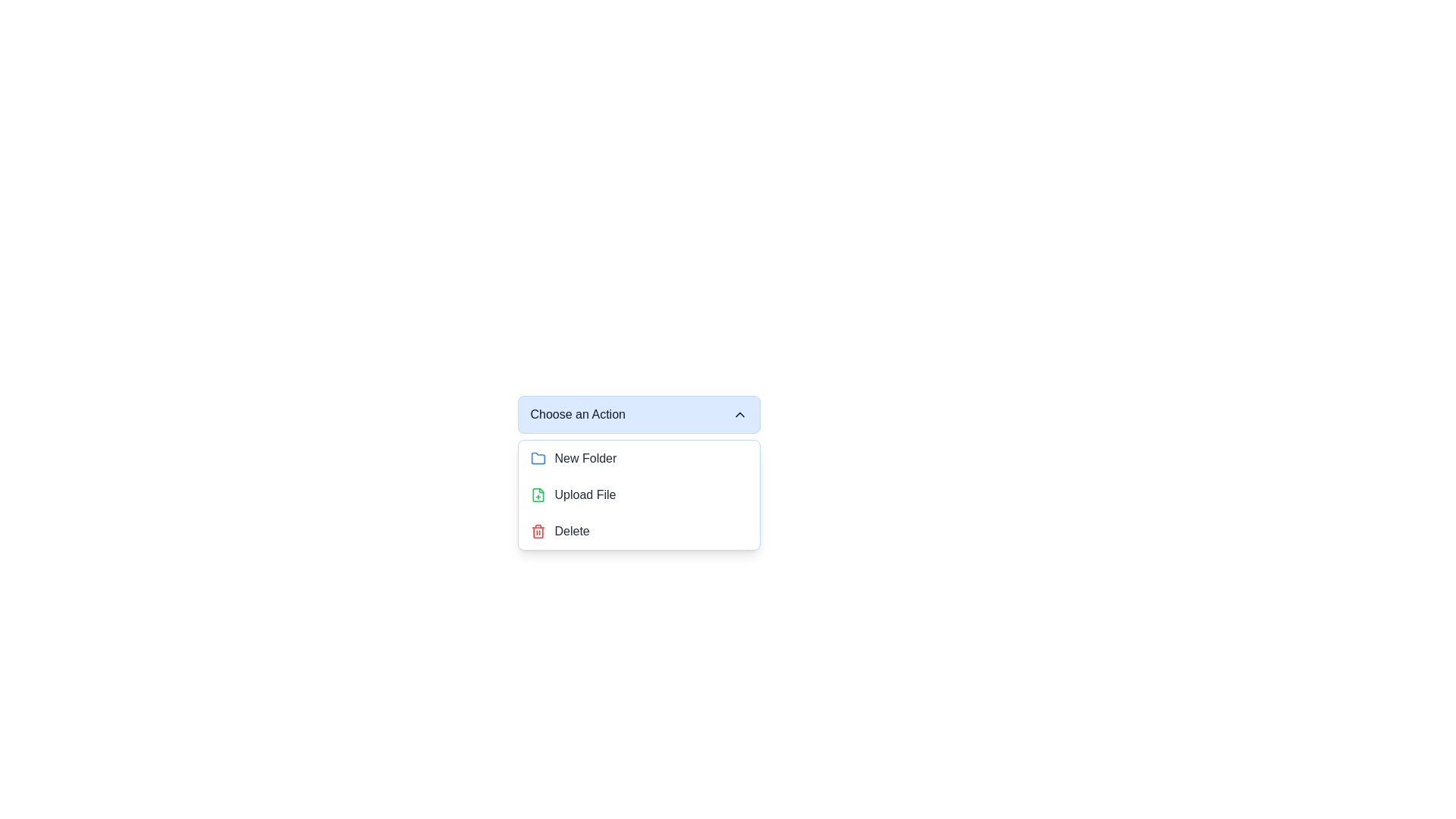 Image resolution: width=1456 pixels, height=819 pixels. What do you see at coordinates (538, 531) in the screenshot?
I see `the red trash can icon, which indicates the 'Delete' action, located at the bottom of a dropdown menu of actions` at bounding box center [538, 531].